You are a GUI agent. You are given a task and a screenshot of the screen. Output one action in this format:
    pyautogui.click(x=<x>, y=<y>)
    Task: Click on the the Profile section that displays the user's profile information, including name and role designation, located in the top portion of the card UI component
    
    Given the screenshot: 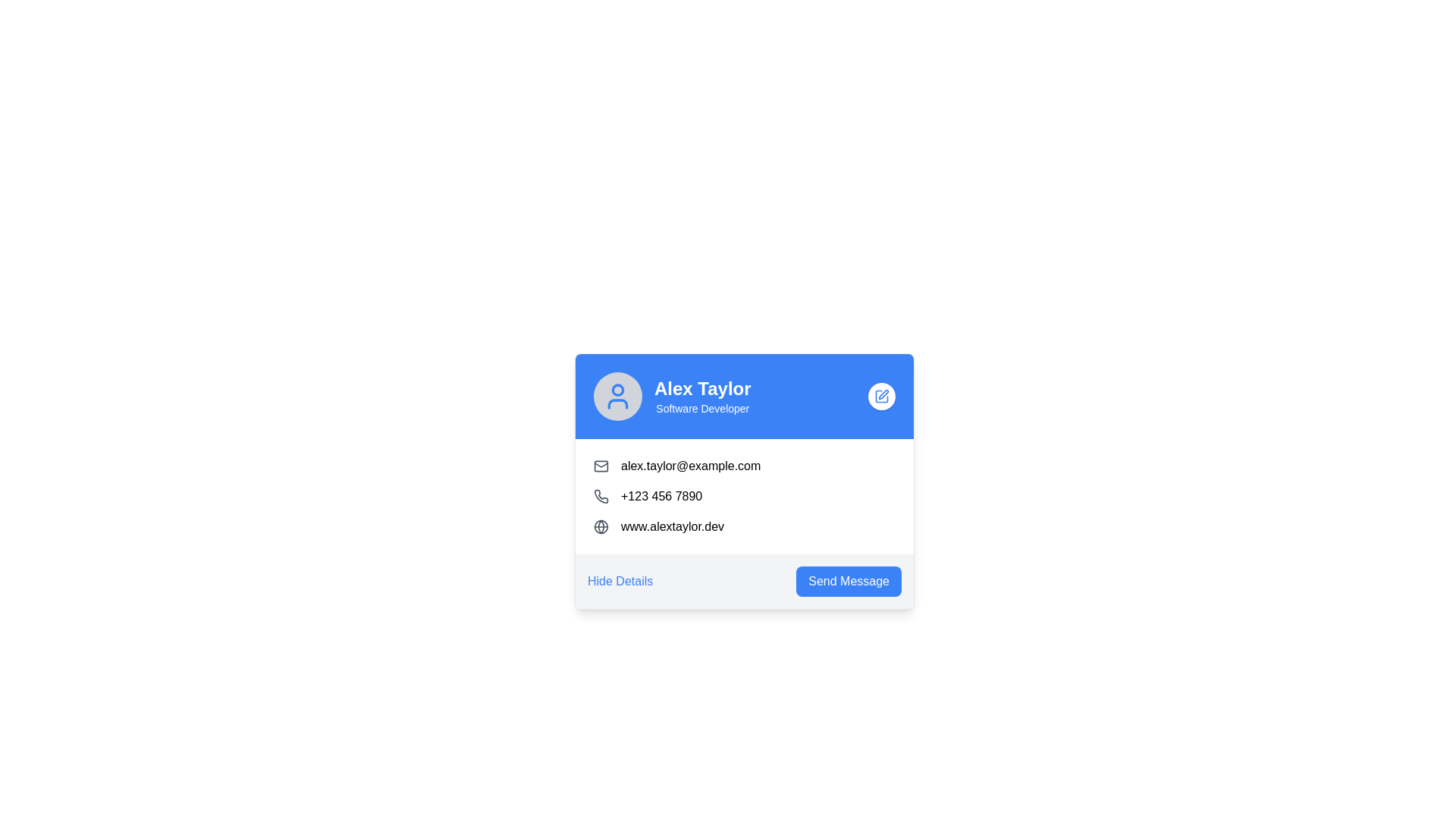 What is the action you would take?
    pyautogui.click(x=671, y=396)
    